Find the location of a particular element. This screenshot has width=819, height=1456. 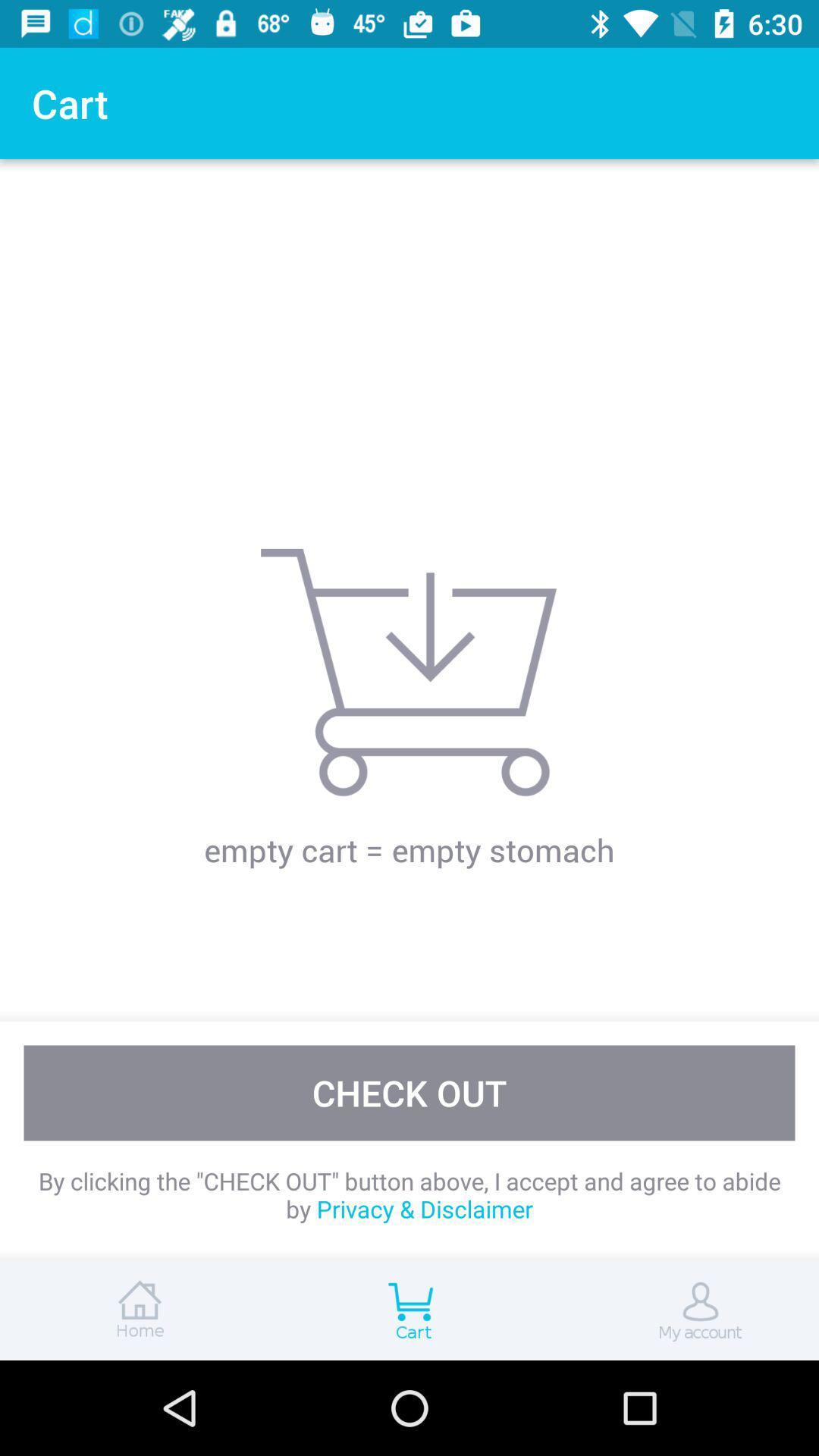

profile account is located at coordinates (681, 1310).